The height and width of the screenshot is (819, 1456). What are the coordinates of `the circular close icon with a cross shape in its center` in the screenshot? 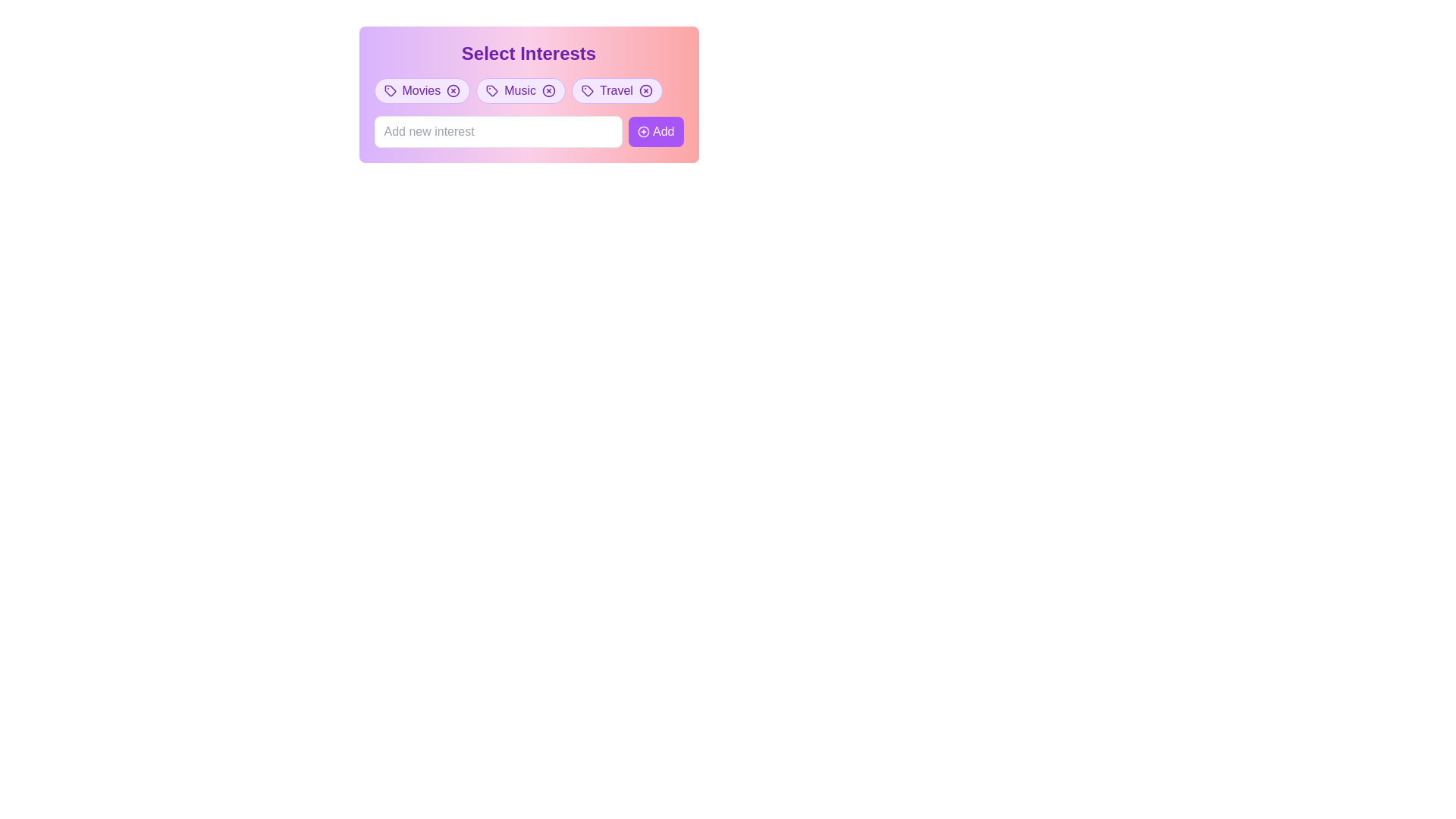 It's located at (453, 90).